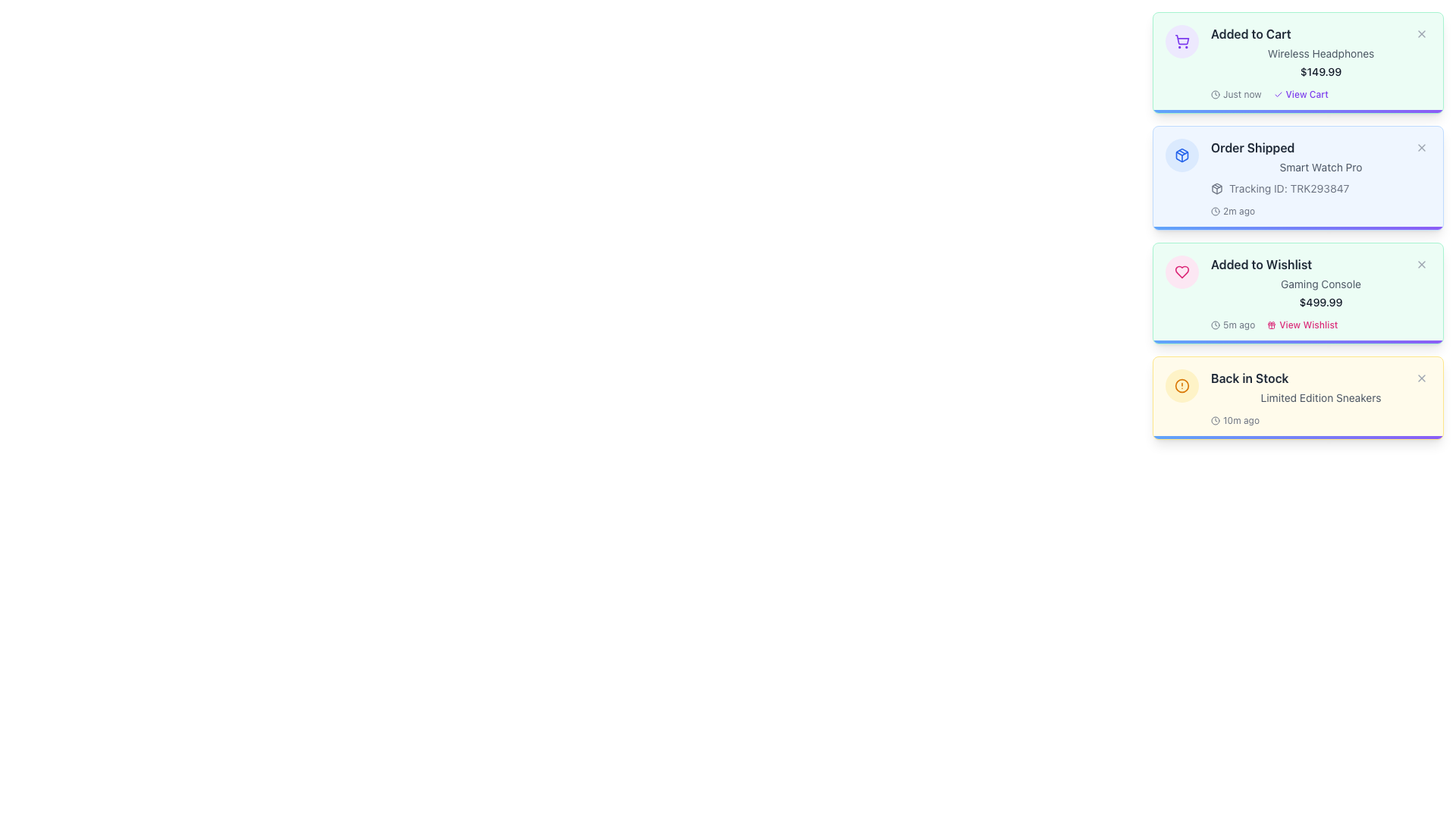  Describe the element at coordinates (1236, 94) in the screenshot. I see `the Timestamp indicator which has a clock icon and the text 'Just now', located to the left of the 'View Cart' link in the topmost information card` at that location.